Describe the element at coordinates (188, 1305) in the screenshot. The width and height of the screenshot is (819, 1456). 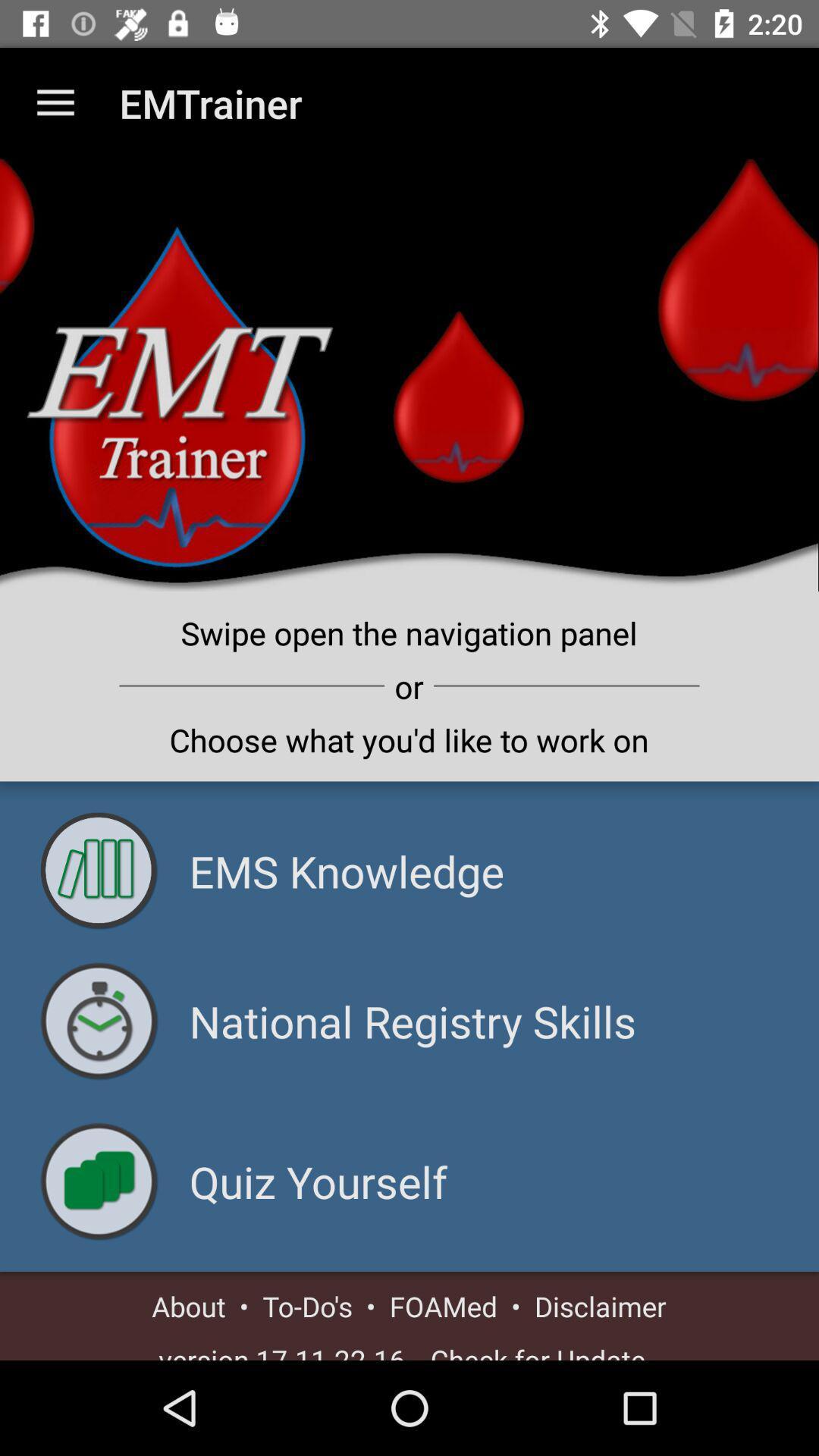
I see `about item` at that location.